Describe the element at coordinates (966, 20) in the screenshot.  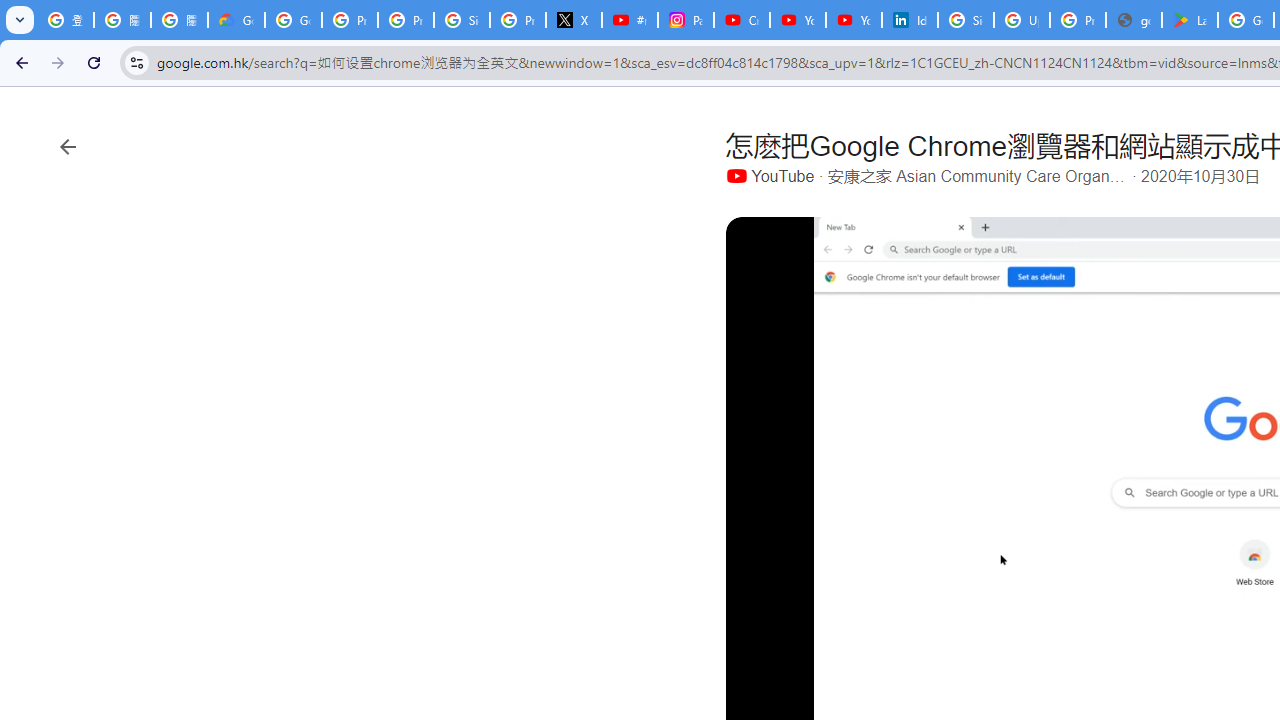
I see `'Sign in - Google Accounts'` at that location.